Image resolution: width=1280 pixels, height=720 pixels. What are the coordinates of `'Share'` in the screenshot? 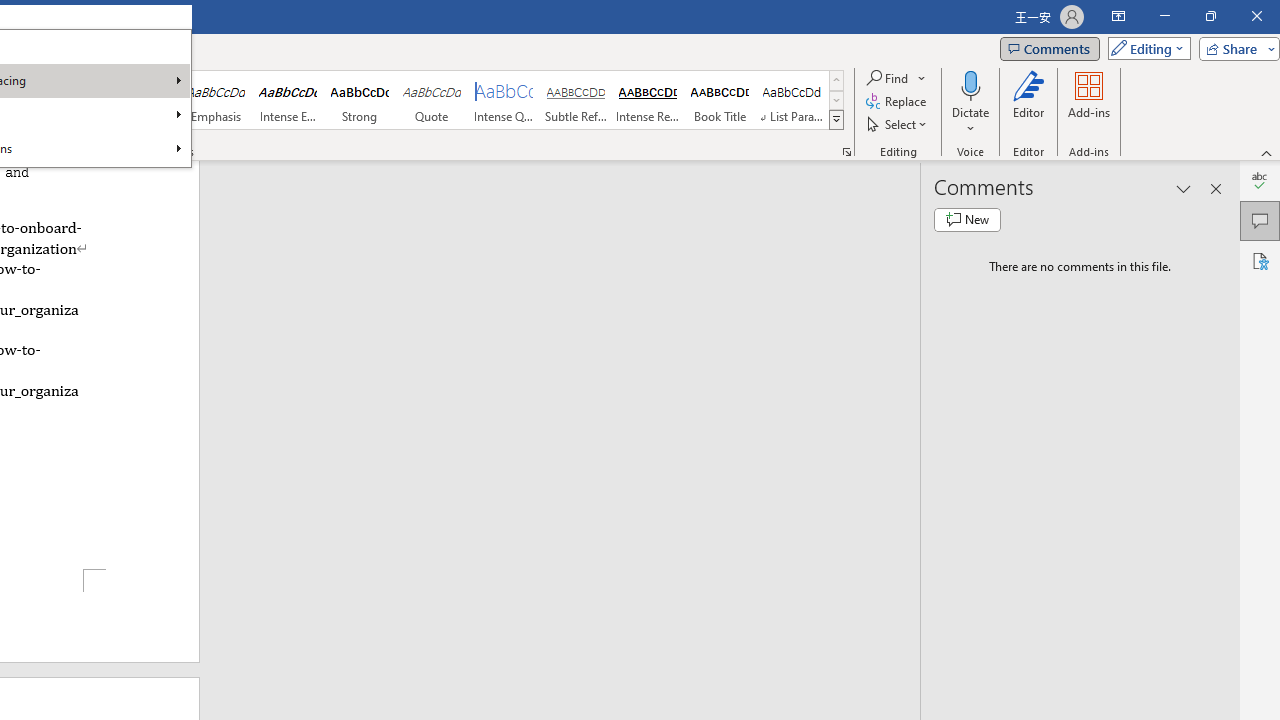 It's located at (1234, 47).